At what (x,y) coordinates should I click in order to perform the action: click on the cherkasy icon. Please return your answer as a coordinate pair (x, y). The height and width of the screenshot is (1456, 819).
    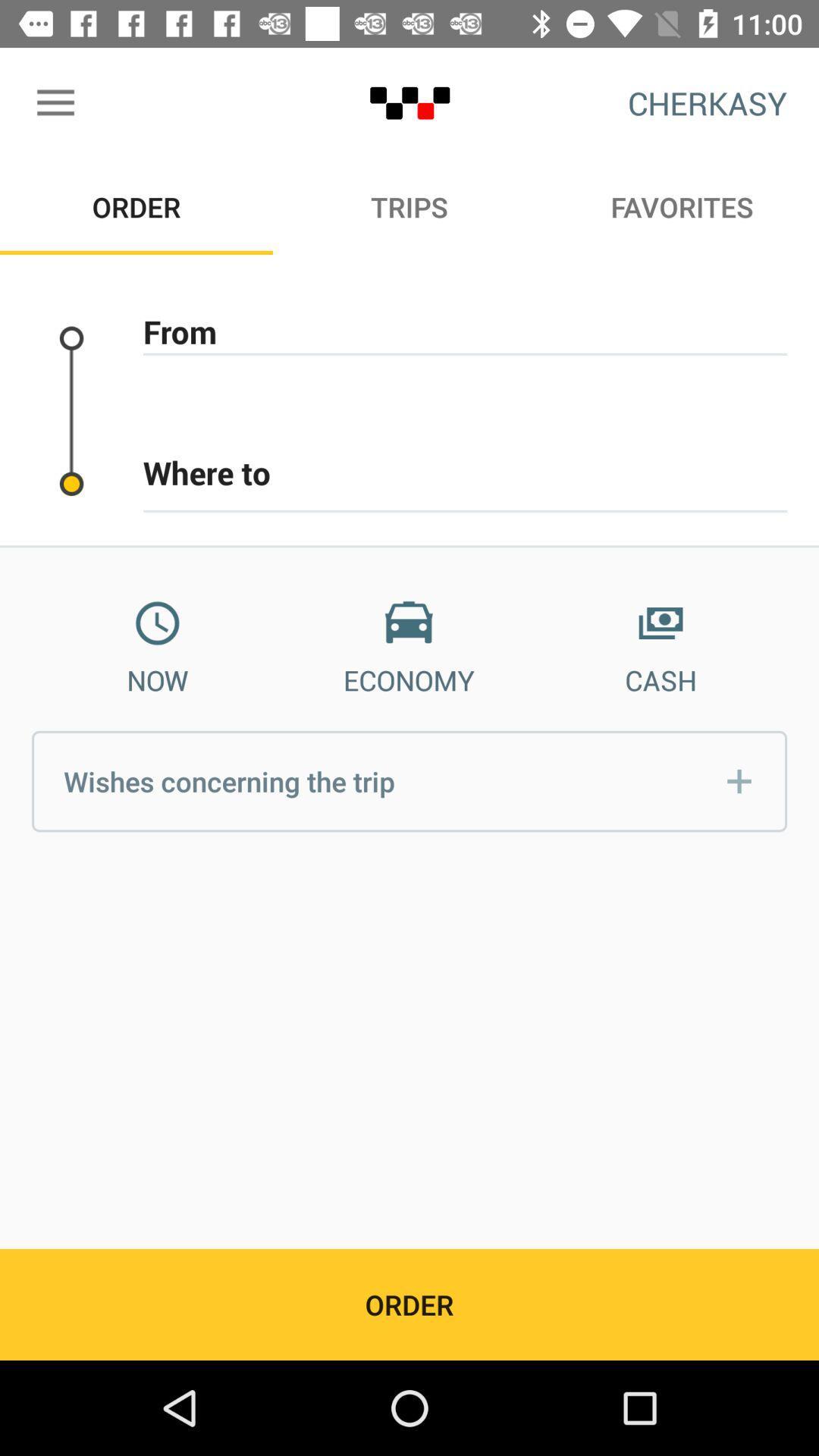
    Looking at the image, I should click on (708, 102).